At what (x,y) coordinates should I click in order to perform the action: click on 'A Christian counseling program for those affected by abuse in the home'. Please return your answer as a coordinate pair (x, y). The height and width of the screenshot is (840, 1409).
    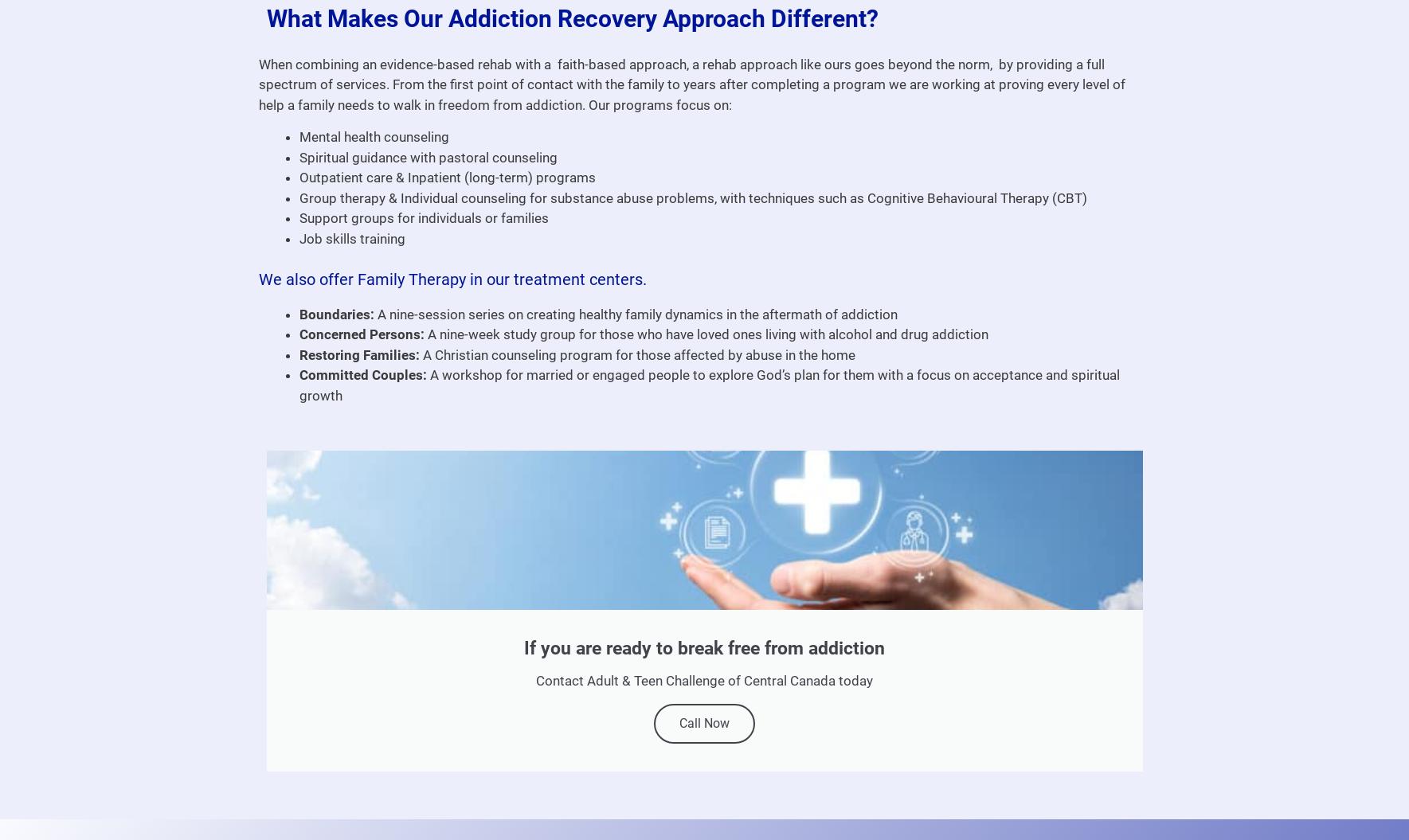
    Looking at the image, I should click on (636, 353).